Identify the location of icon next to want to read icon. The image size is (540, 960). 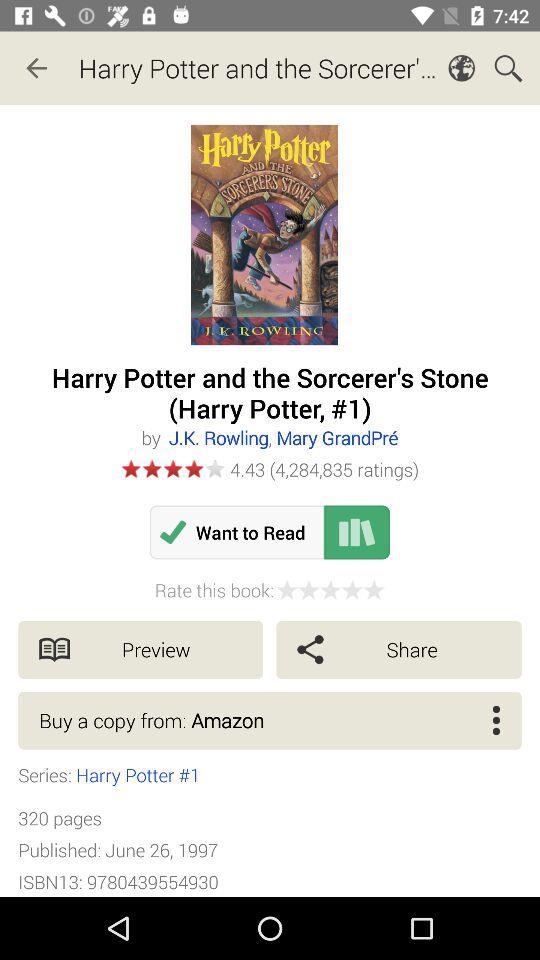
(356, 531).